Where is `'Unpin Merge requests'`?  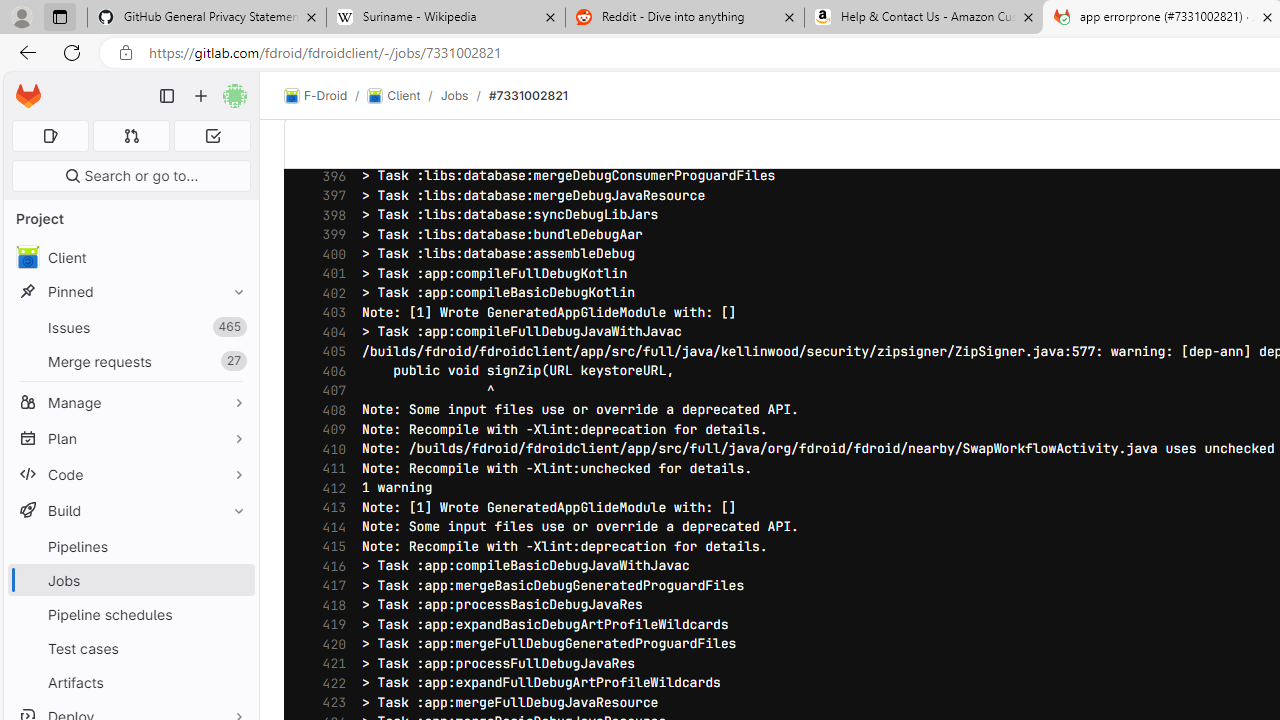 'Unpin Merge requests' is located at coordinates (234, 361).